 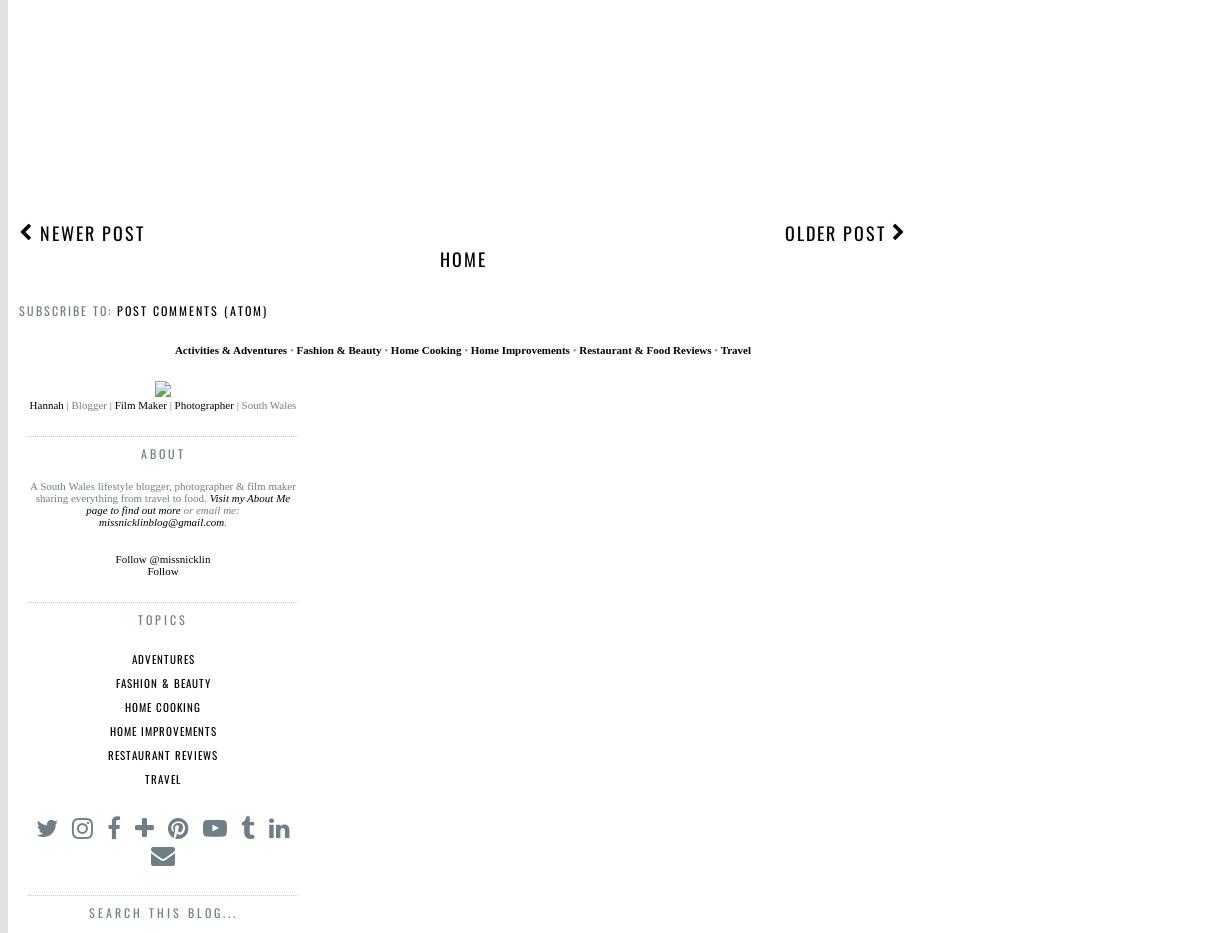 What do you see at coordinates (192, 310) in the screenshot?
I see `'Post Comments (Atom)'` at bounding box center [192, 310].